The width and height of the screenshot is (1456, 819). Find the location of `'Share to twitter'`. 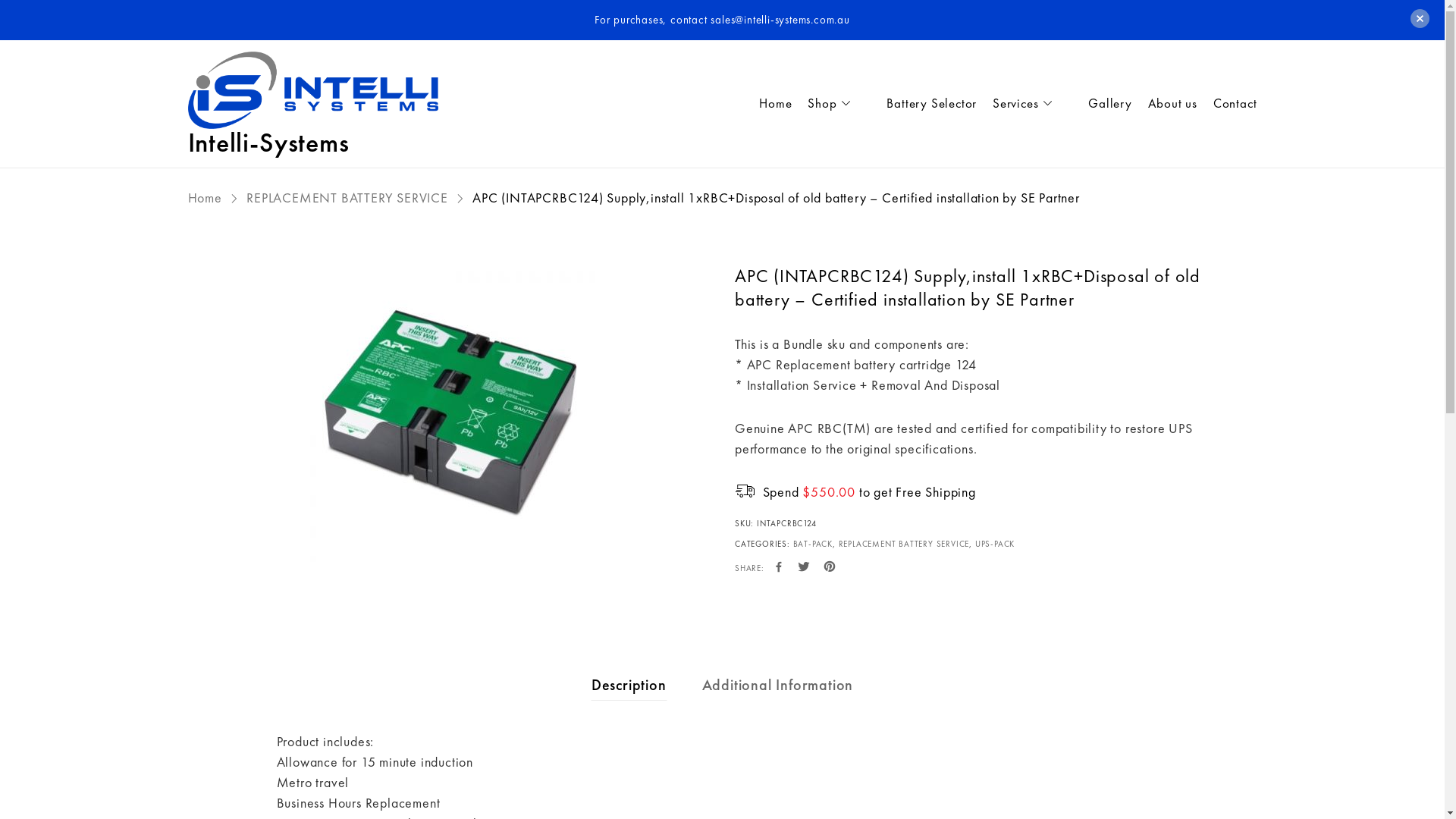

'Share to twitter' is located at coordinates (803, 567).